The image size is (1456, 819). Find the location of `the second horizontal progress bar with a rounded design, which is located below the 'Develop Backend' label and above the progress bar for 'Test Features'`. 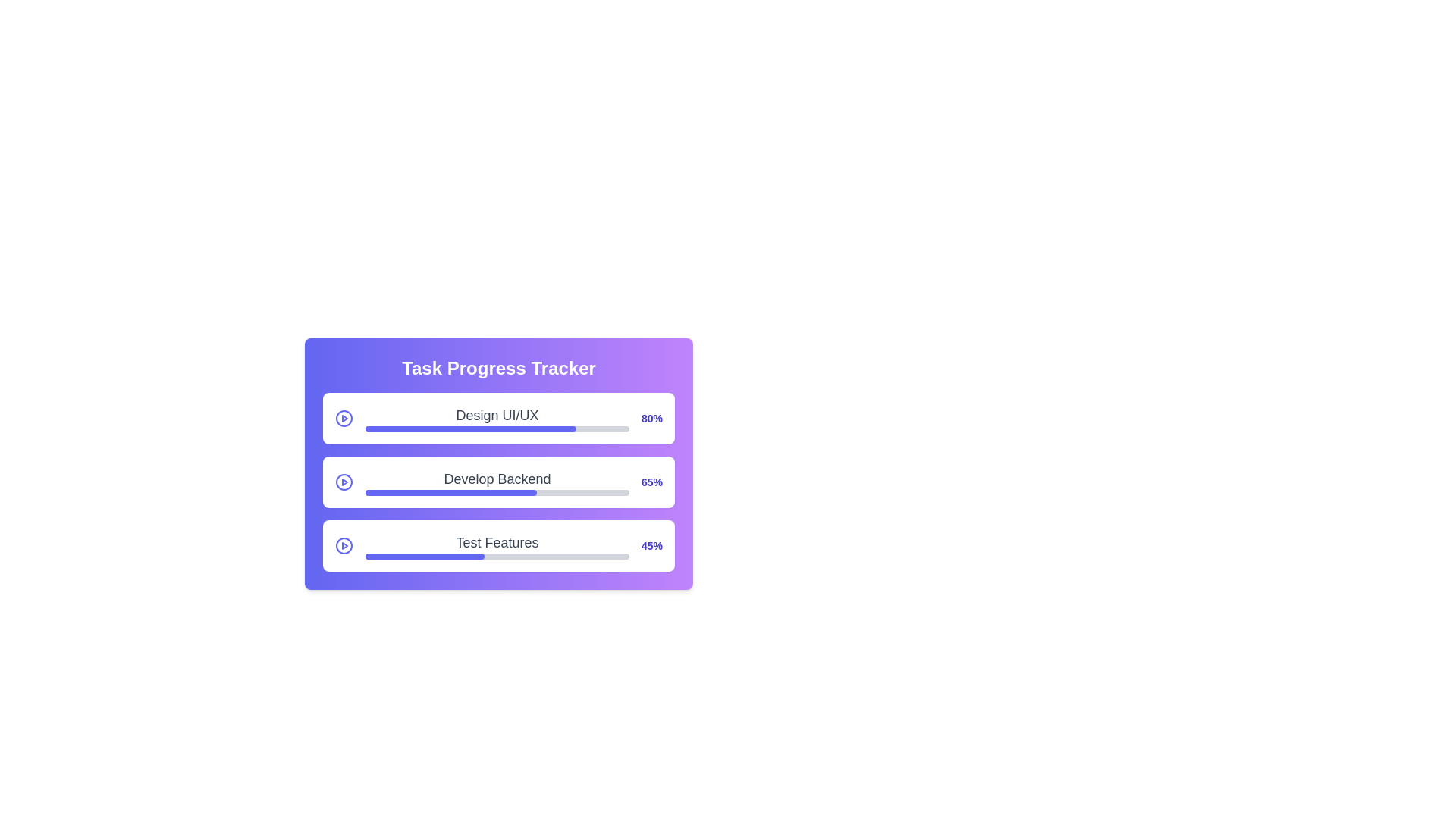

the second horizontal progress bar with a rounded design, which is located below the 'Develop Backend' label and above the progress bar for 'Test Features' is located at coordinates (497, 493).